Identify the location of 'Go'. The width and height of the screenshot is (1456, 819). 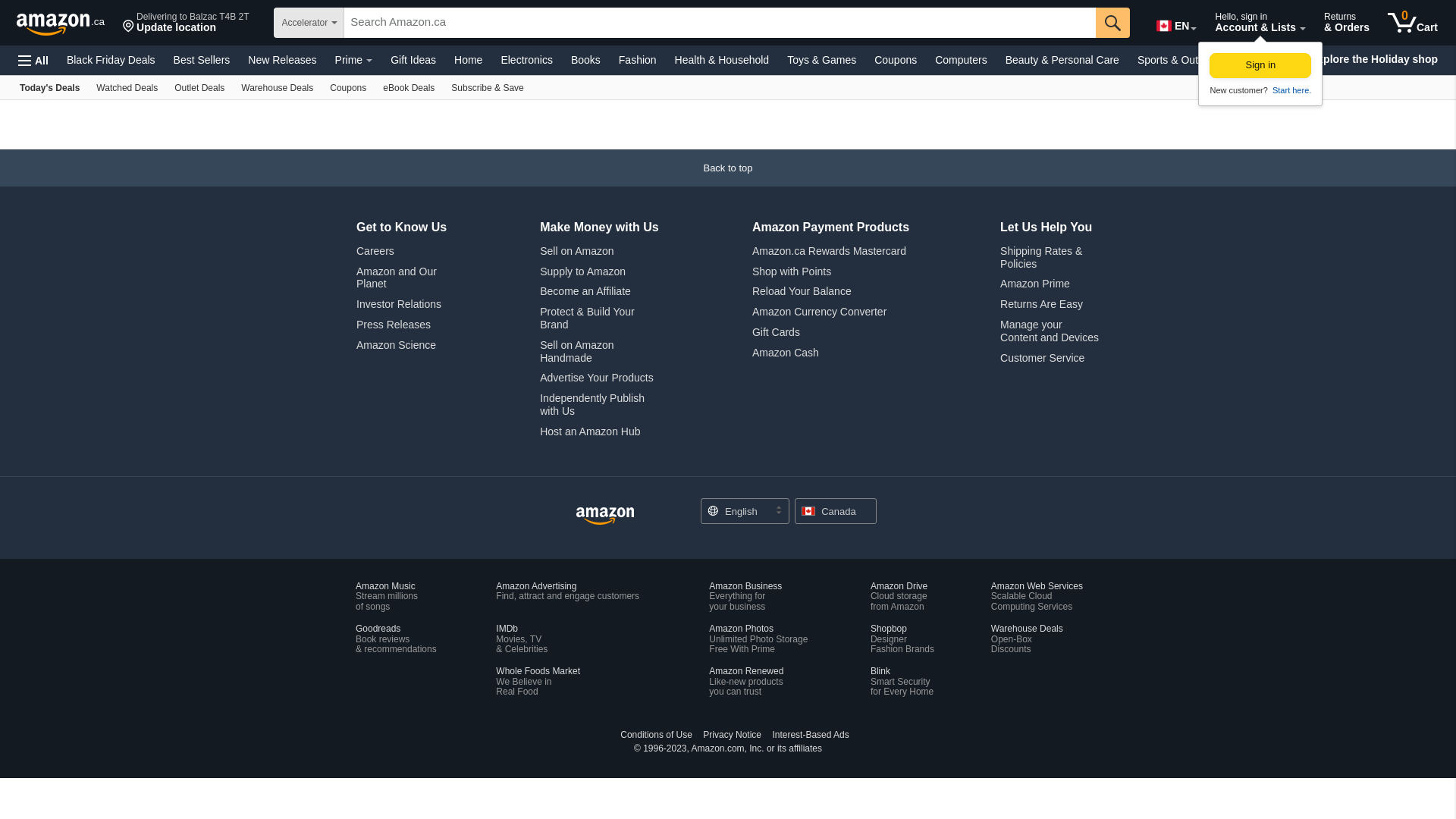
(1112, 23).